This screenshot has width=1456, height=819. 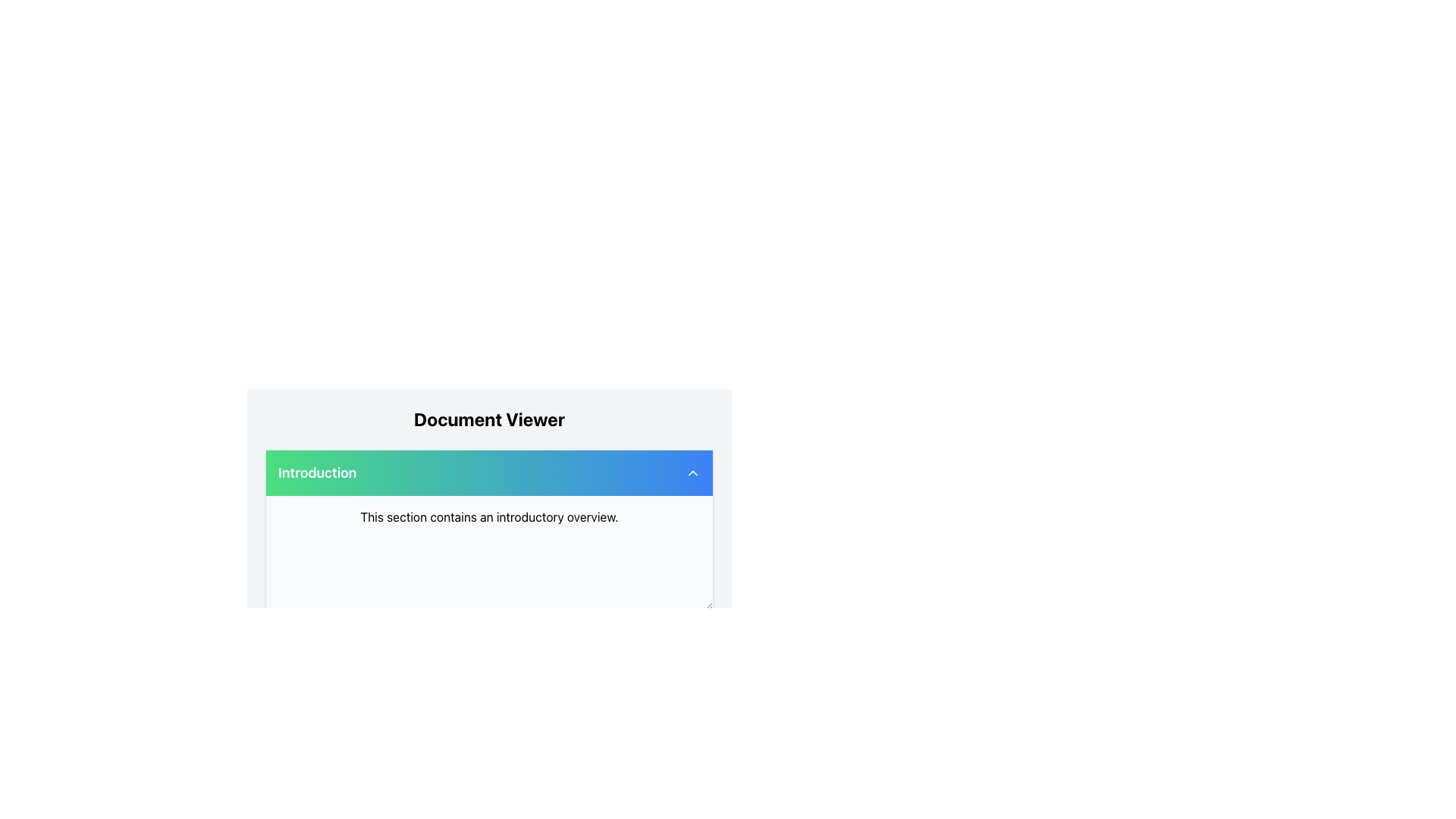 I want to click on the bold, large font text label displaying the word 'Introduction', which is positioned on the left side of a gradient background bar, so click(x=316, y=472).